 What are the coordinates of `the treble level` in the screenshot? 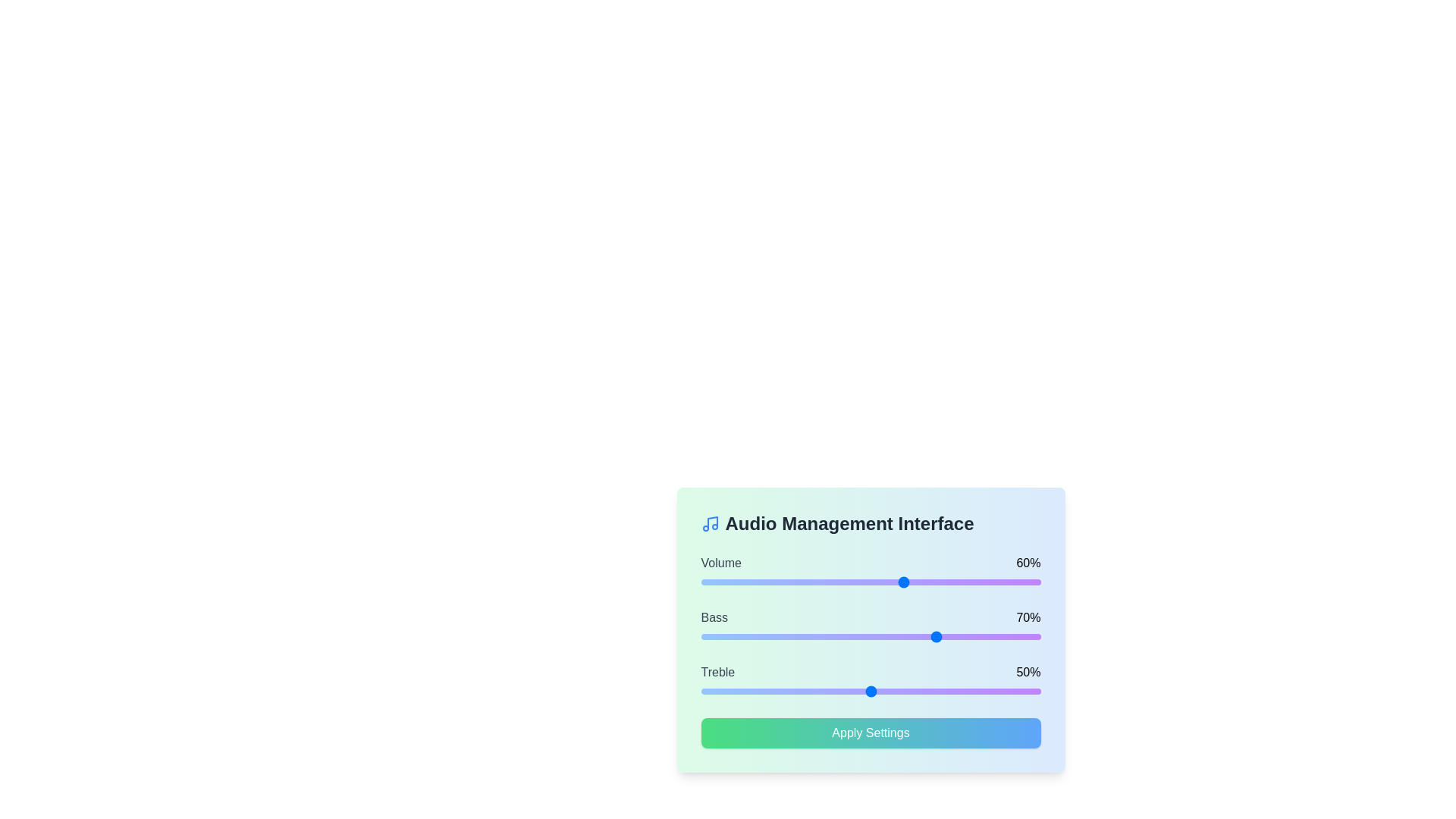 It's located at (891, 691).